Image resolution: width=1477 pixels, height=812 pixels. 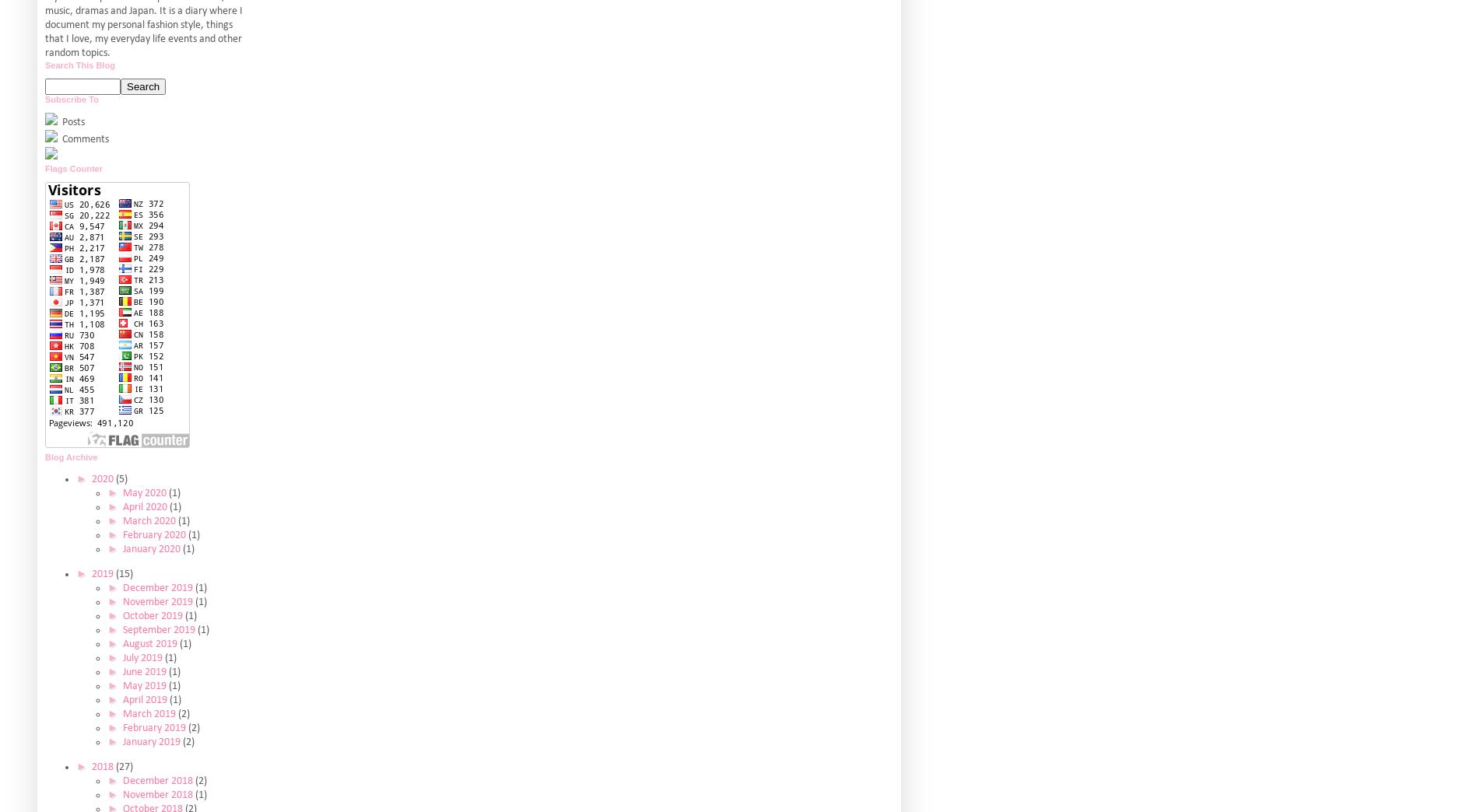 What do you see at coordinates (71, 456) in the screenshot?
I see `'Blog Archive'` at bounding box center [71, 456].